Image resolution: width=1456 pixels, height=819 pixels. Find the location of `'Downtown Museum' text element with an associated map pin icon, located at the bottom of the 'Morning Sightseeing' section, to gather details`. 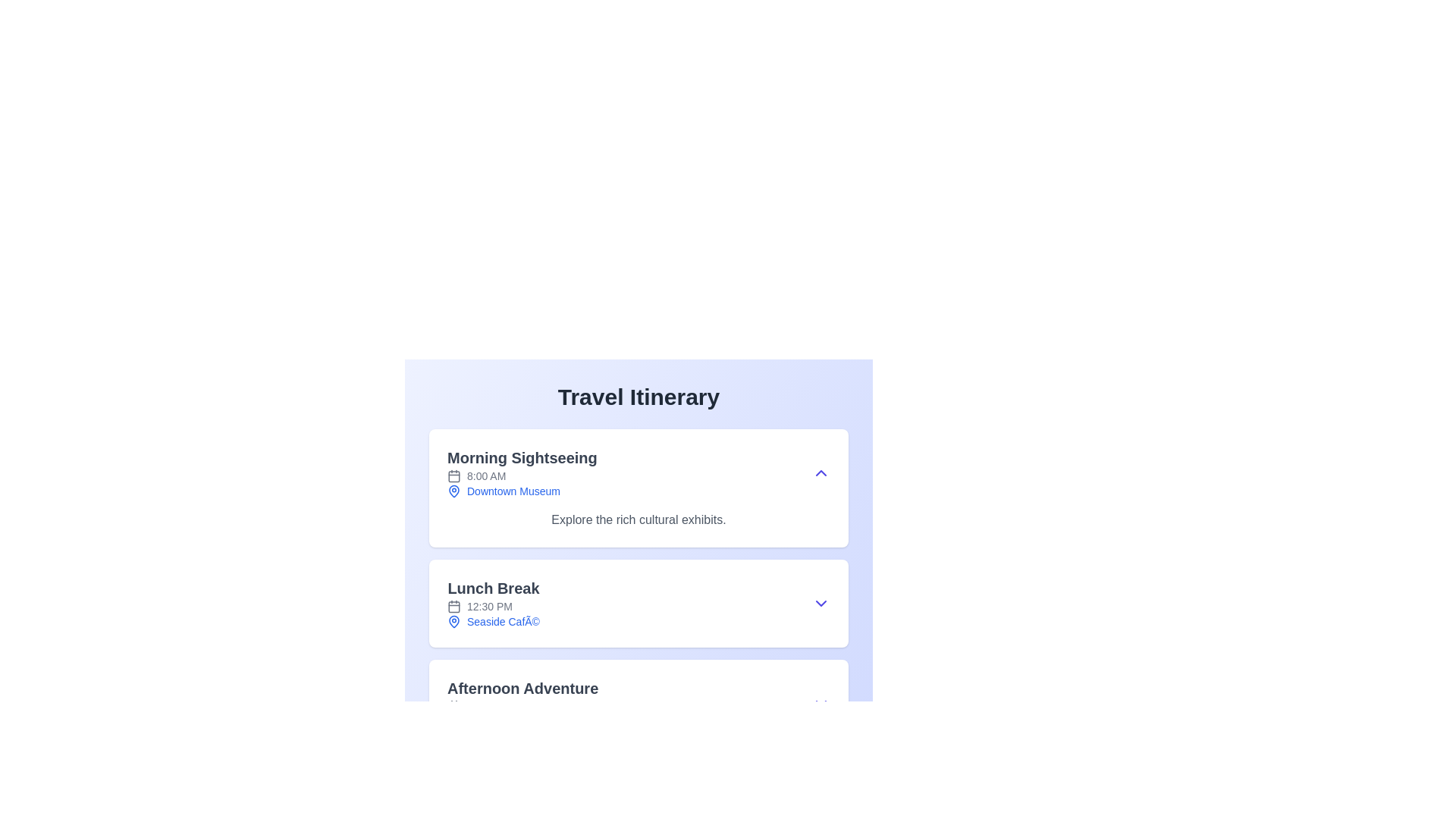

'Downtown Museum' text element with an associated map pin icon, located at the bottom of the 'Morning Sightseeing' section, to gather details is located at coordinates (522, 491).